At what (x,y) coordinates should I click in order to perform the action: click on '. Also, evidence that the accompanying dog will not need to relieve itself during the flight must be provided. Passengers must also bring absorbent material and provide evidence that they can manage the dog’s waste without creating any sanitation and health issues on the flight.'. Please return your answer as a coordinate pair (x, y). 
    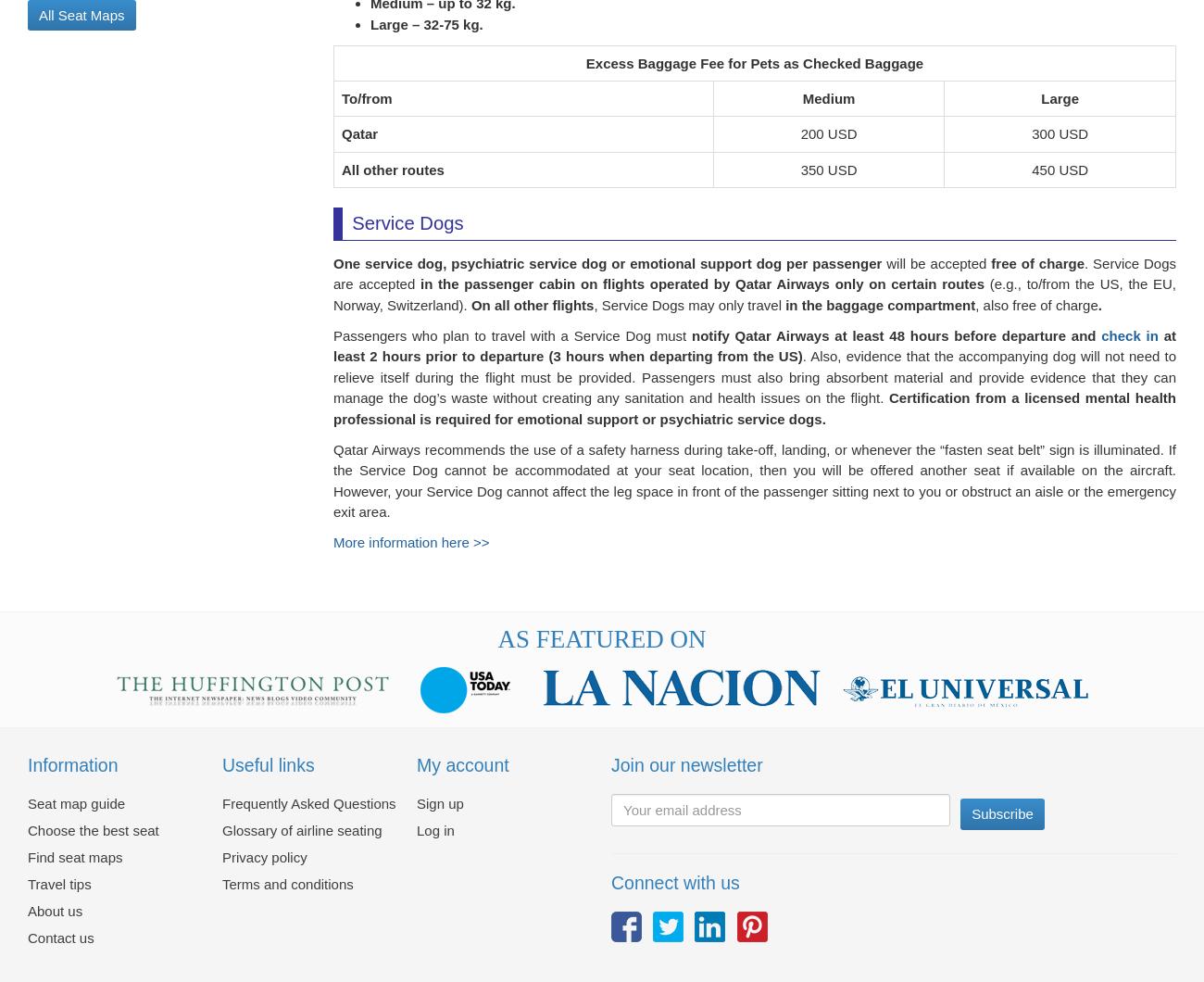
    Looking at the image, I should click on (754, 387).